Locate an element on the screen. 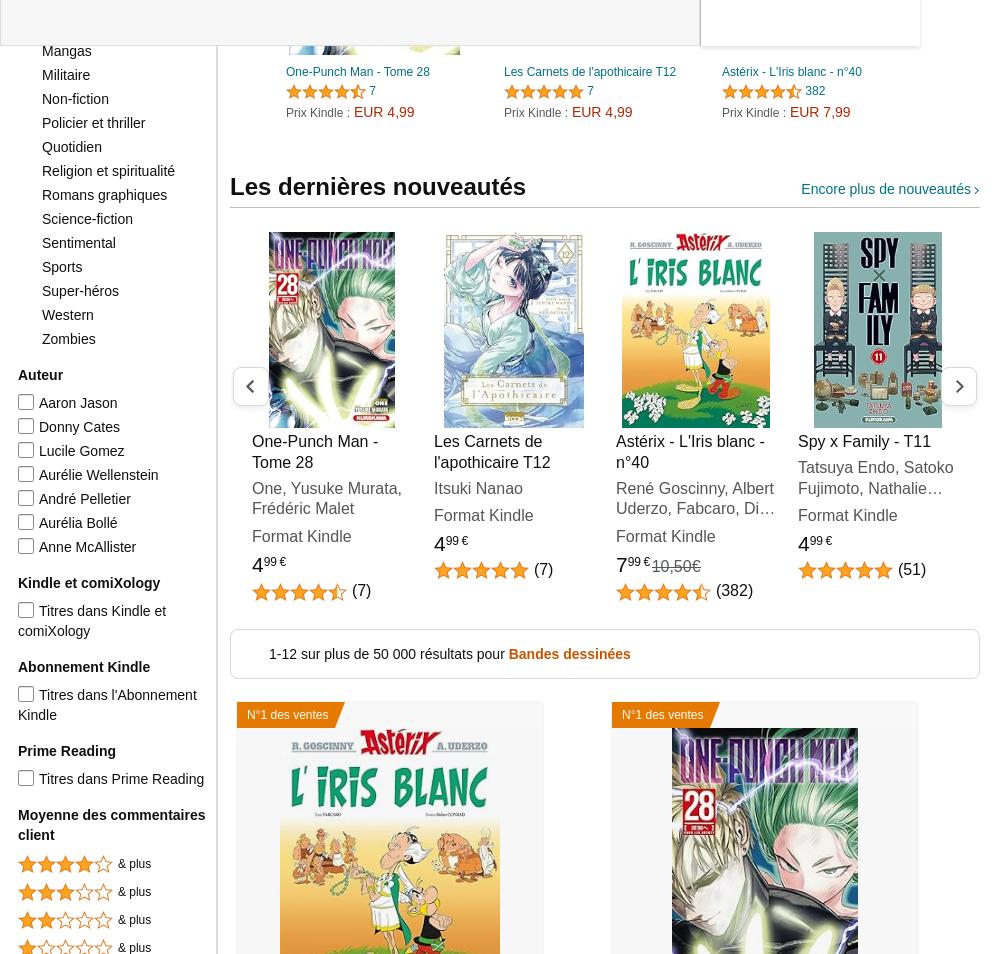  'Super-héros' is located at coordinates (79, 290).